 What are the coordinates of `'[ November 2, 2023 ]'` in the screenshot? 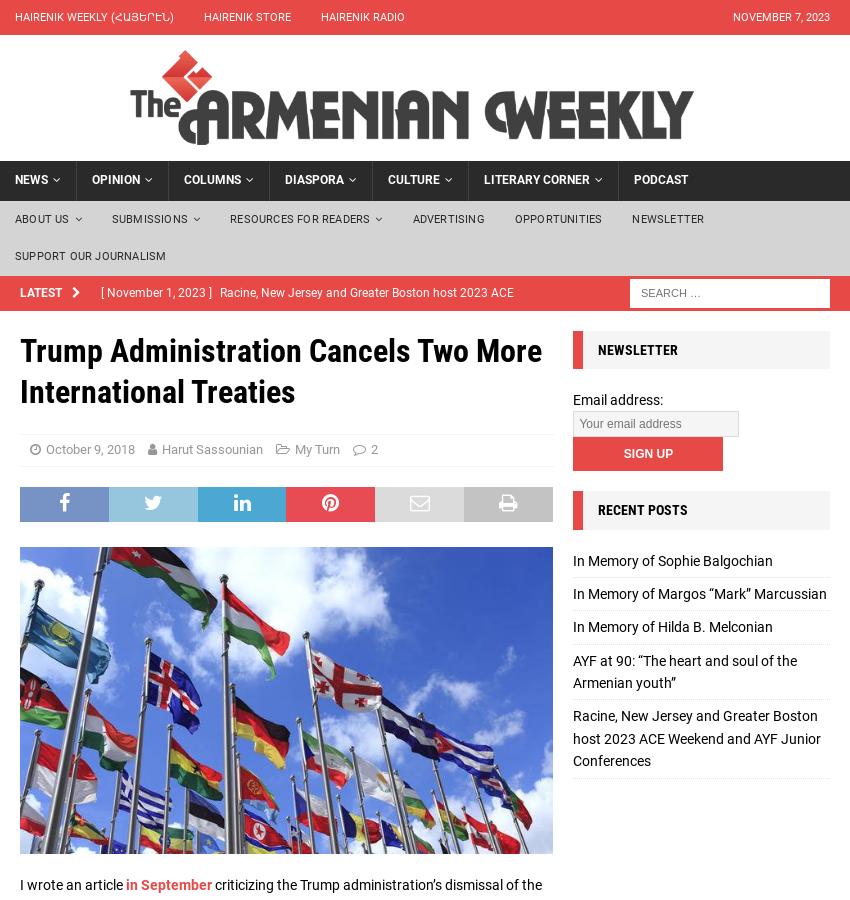 It's located at (158, 416).